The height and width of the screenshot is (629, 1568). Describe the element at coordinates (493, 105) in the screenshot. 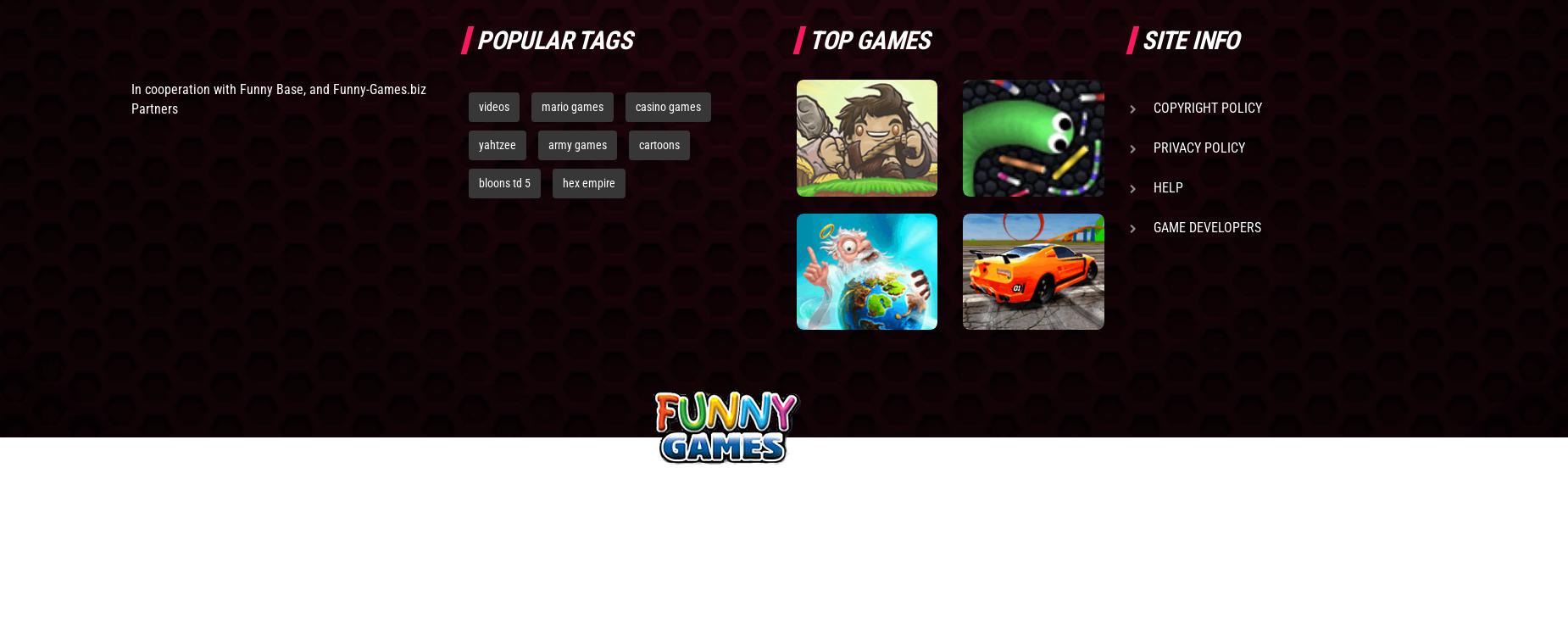

I see `'videos'` at that location.